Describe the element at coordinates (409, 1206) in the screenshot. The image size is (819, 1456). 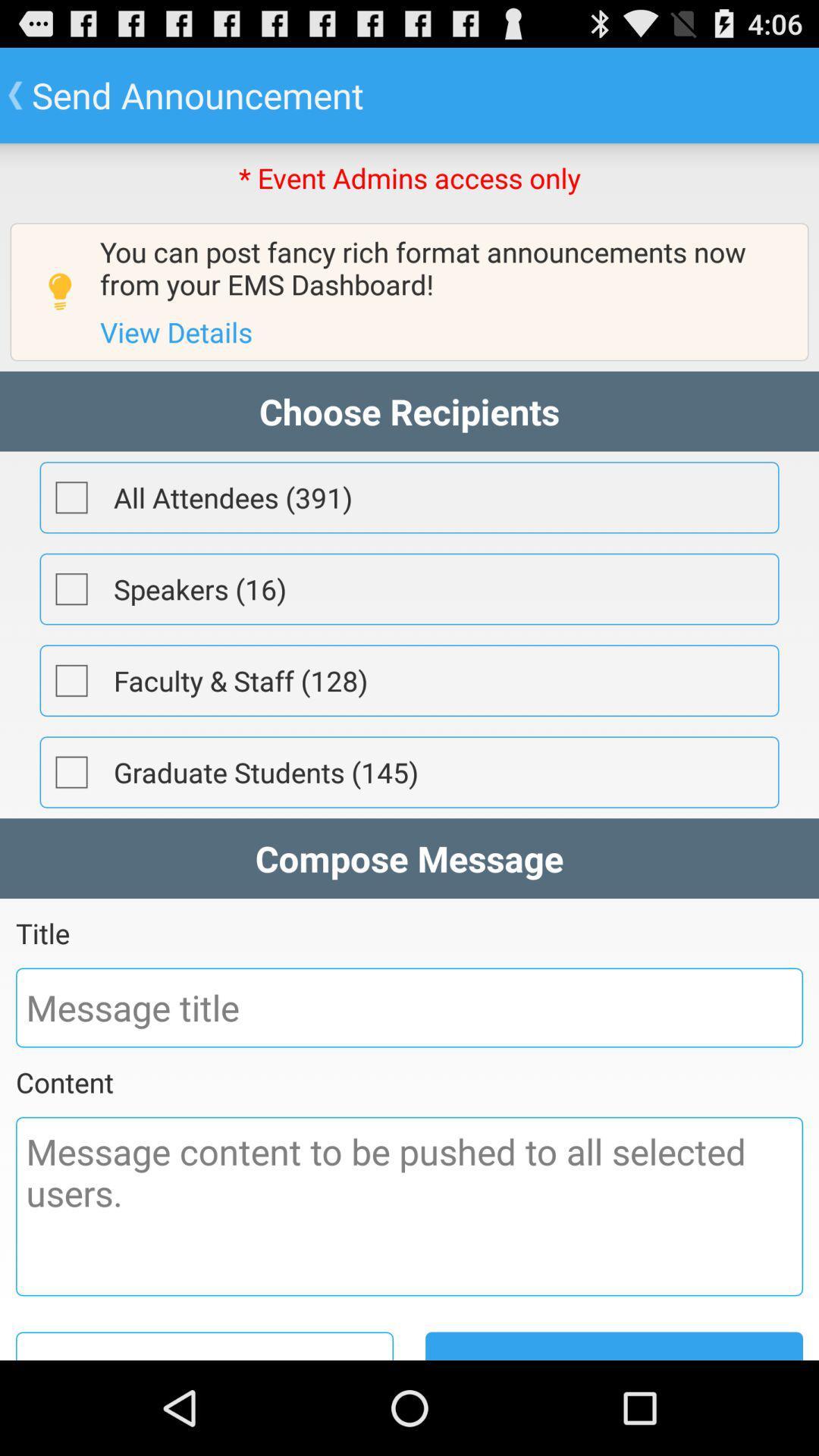
I see `type out message` at that location.